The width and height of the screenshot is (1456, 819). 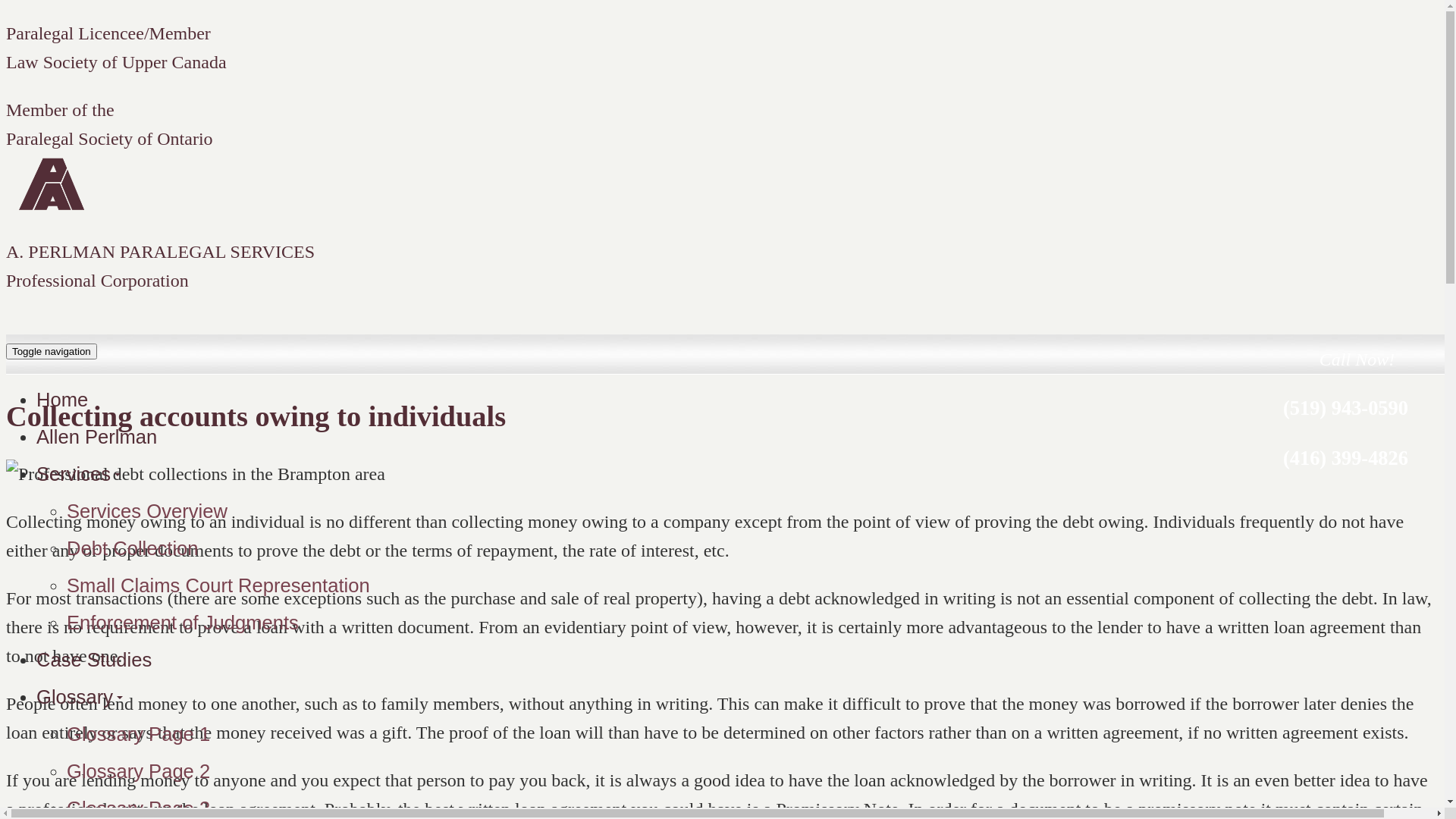 What do you see at coordinates (36, 659) in the screenshot?
I see `'Case Studies'` at bounding box center [36, 659].